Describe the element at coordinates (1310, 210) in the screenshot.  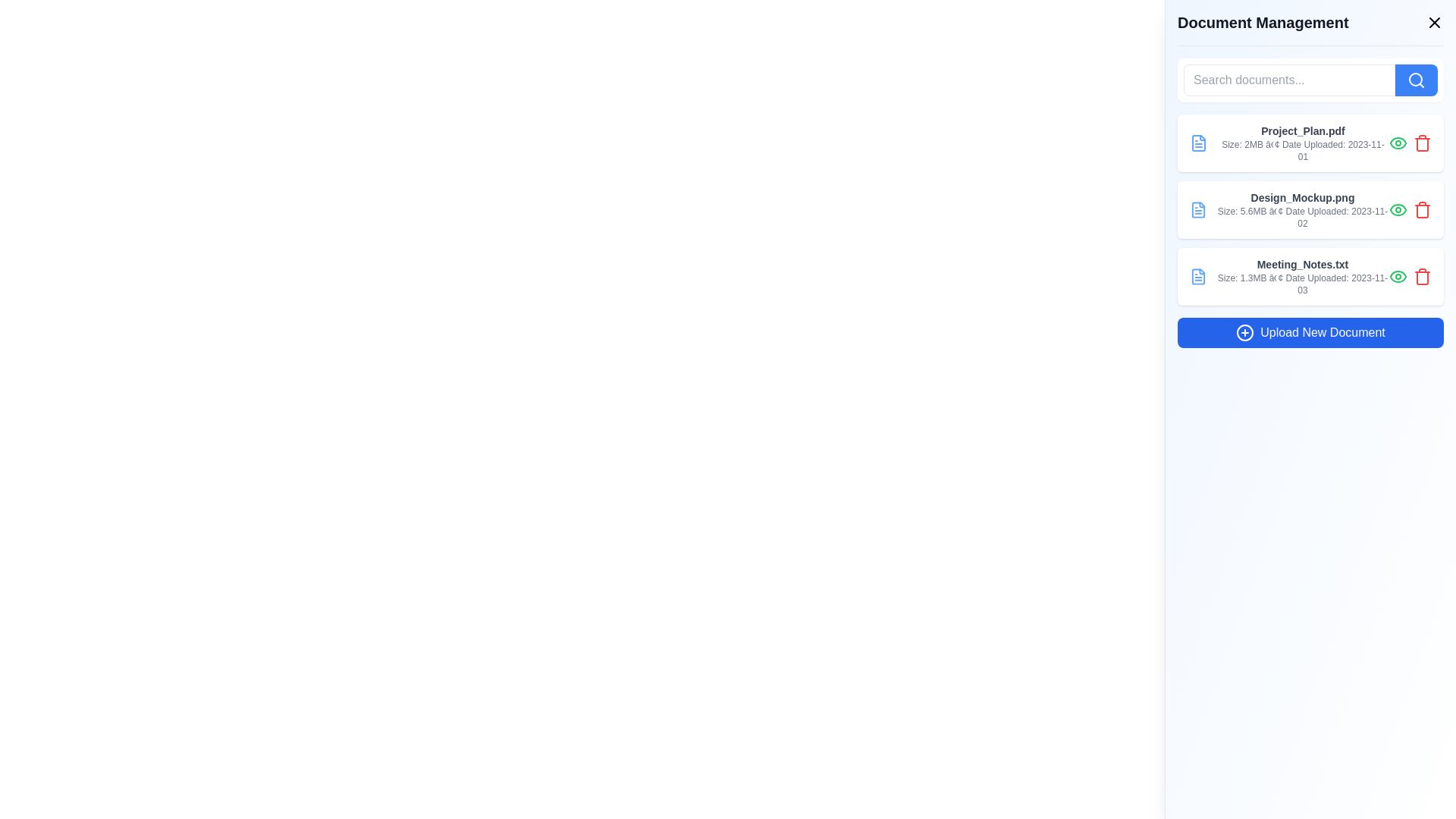
I see `the list item representing the file entry for 'Design_Mockup.png', which is the second item in the vertical list under the 'Document Management' section` at that location.